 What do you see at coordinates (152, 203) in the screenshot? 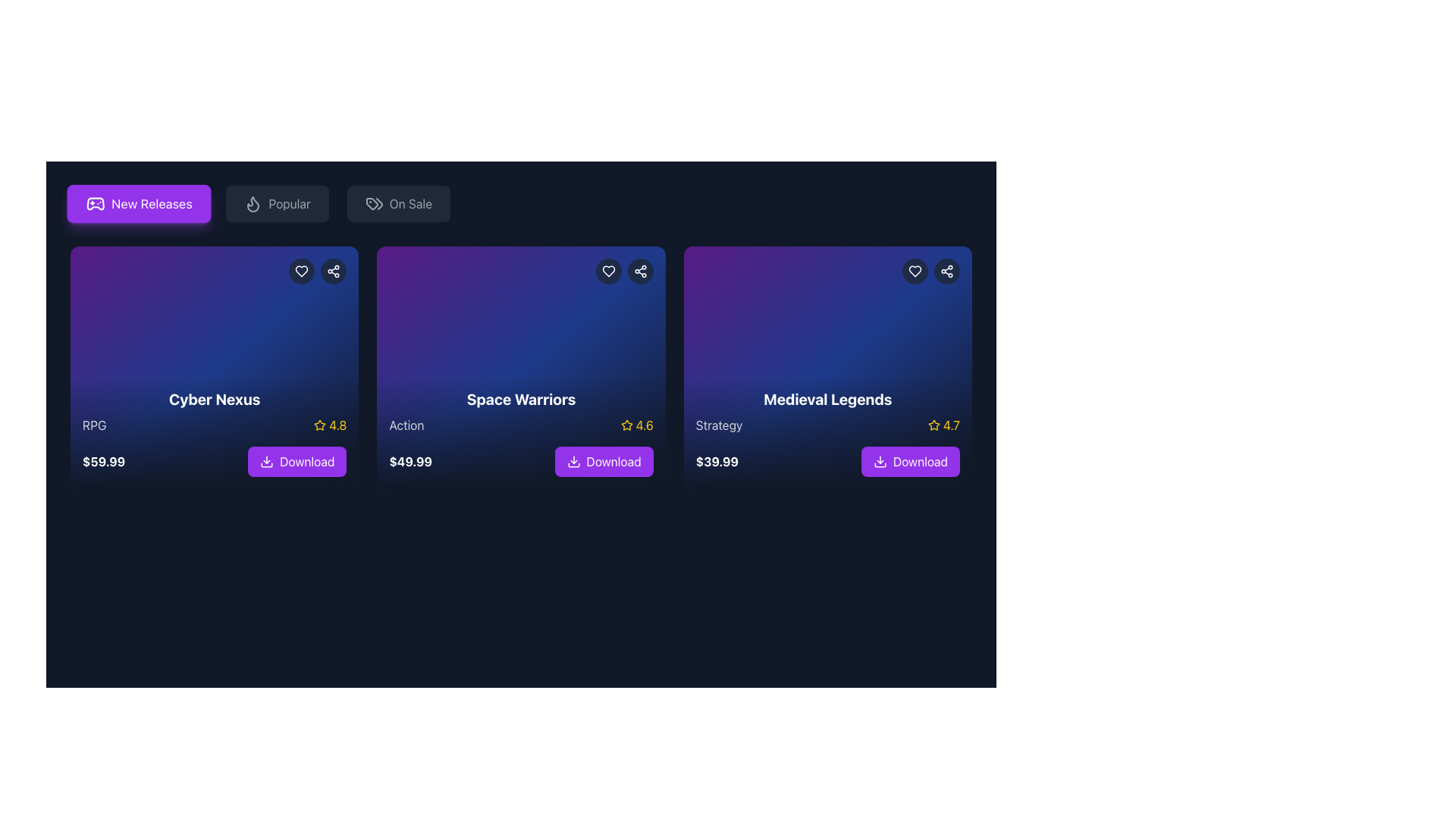
I see `the button labeled 'New Releases' which is the first button in the navigation options for viewing newly released items` at bounding box center [152, 203].